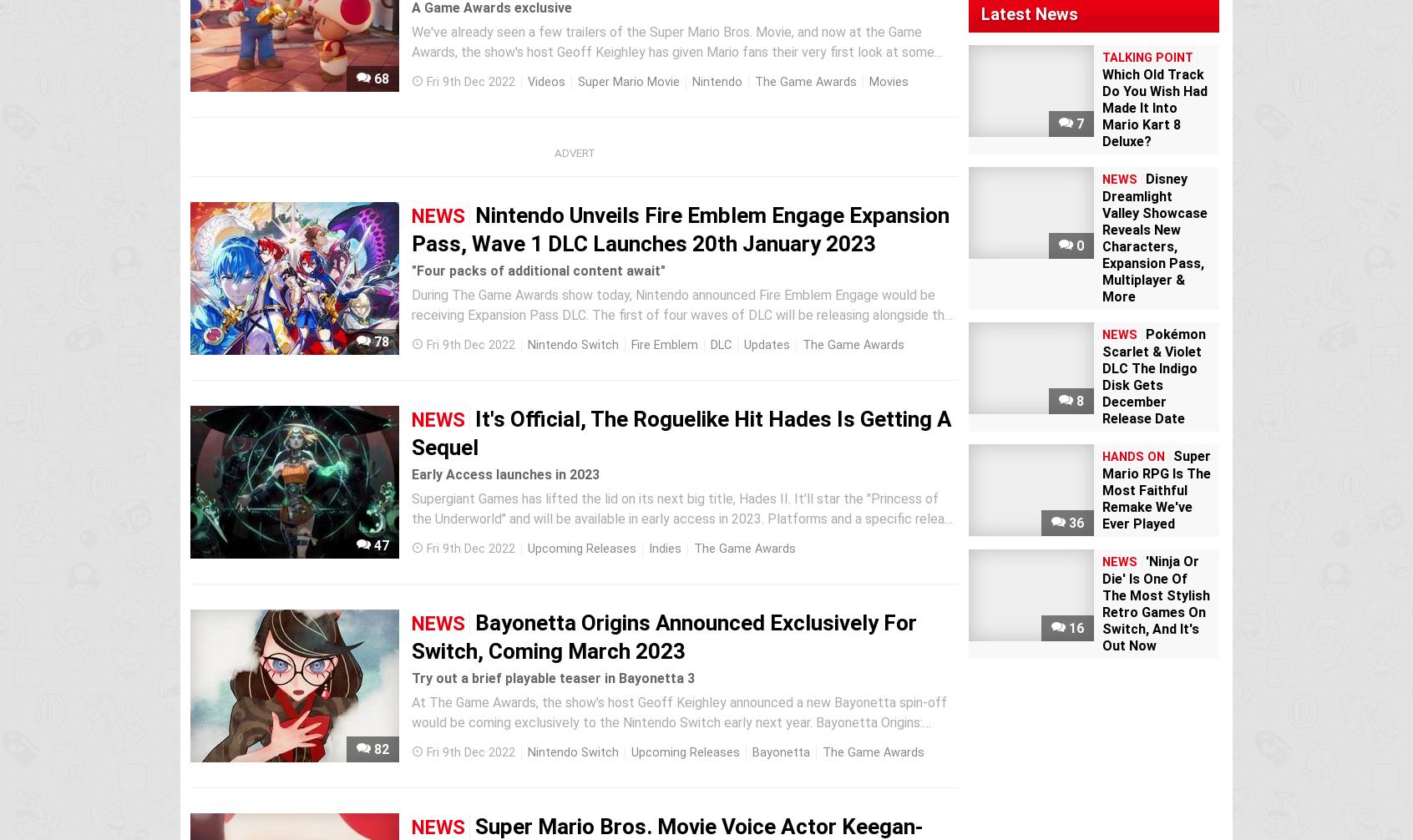 The height and width of the screenshot is (840, 1413). Describe the element at coordinates (1073, 628) in the screenshot. I see `'16'` at that location.